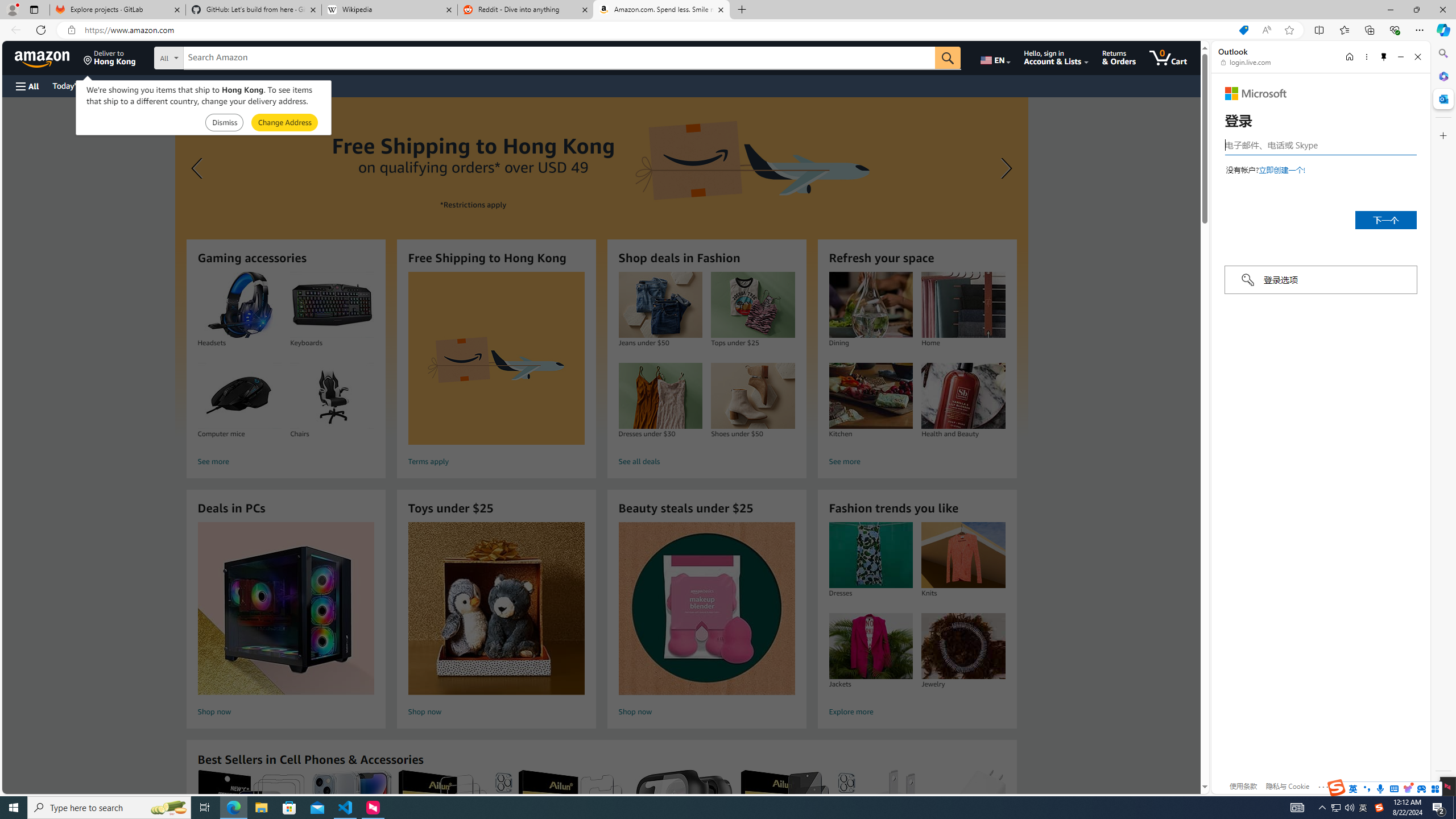  What do you see at coordinates (331, 396) in the screenshot?
I see `'Chairs'` at bounding box center [331, 396].